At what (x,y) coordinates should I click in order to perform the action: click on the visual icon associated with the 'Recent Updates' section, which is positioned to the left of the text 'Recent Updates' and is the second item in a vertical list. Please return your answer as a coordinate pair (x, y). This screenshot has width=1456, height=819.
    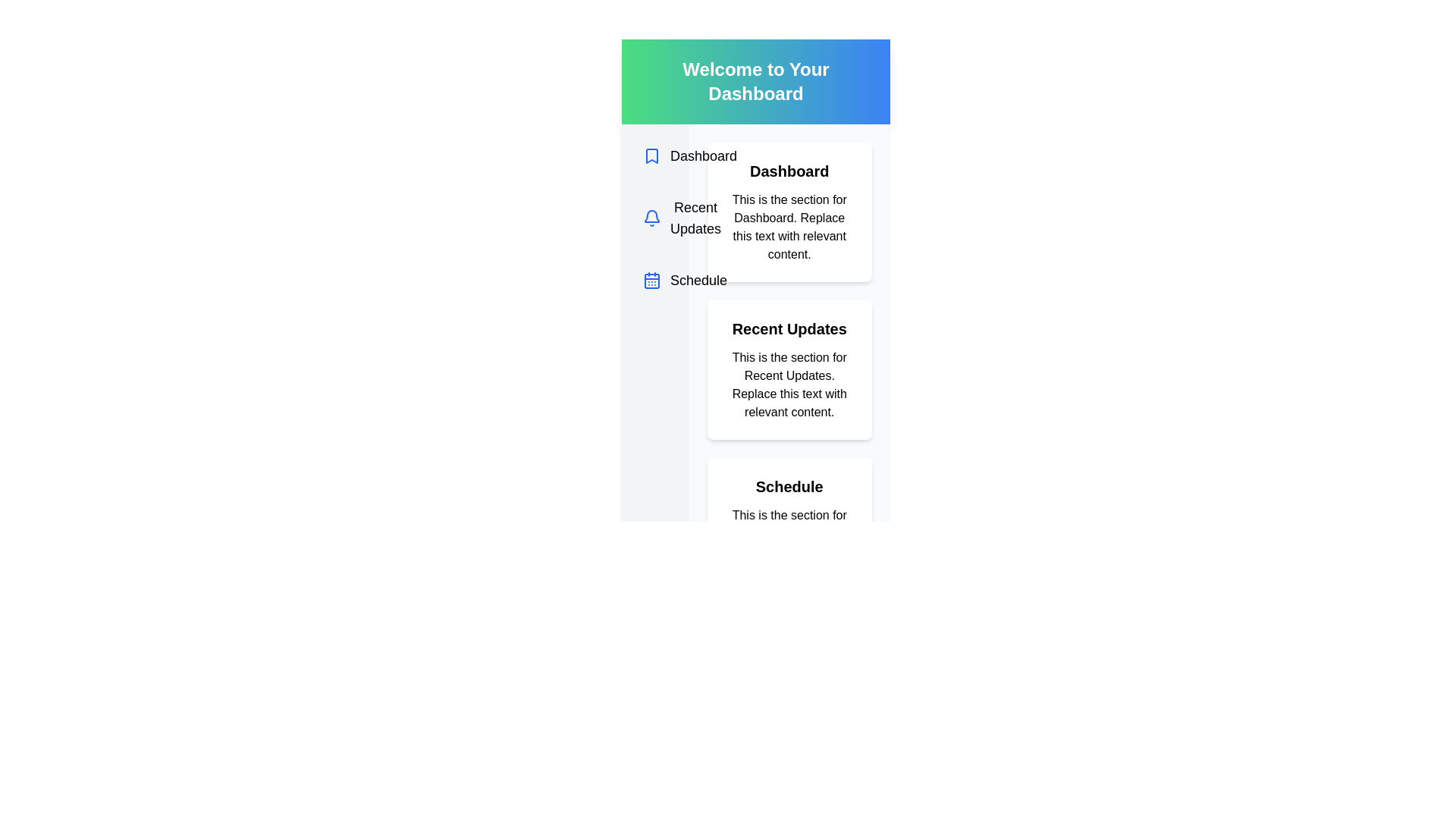
    Looking at the image, I should click on (651, 218).